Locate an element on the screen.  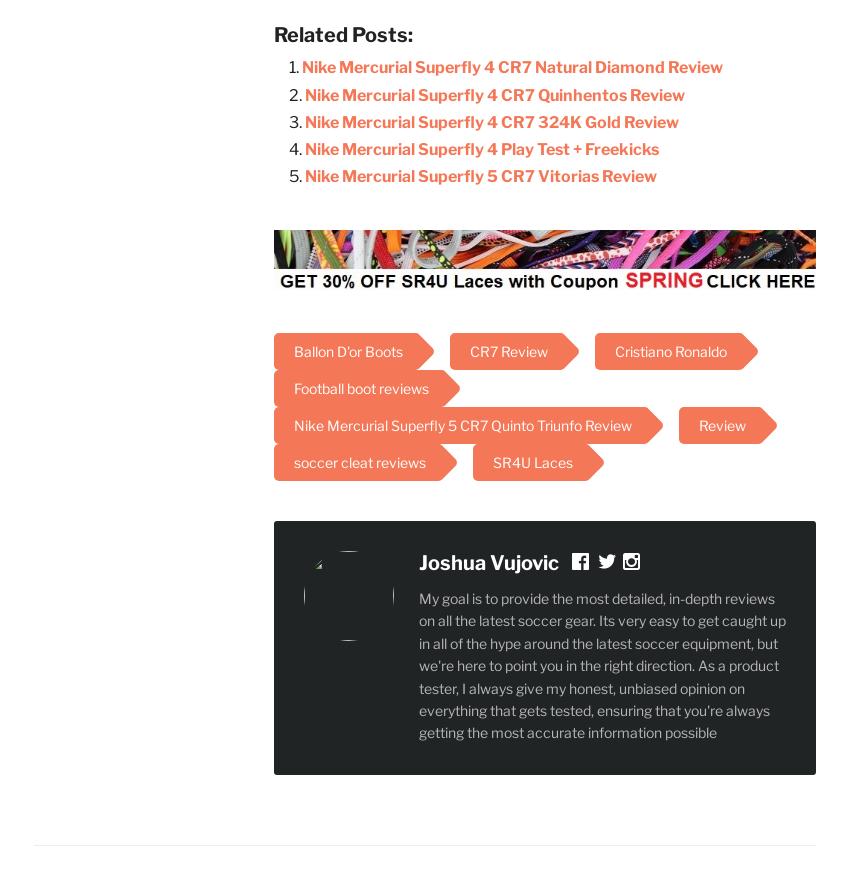
'Review' is located at coordinates (721, 425).